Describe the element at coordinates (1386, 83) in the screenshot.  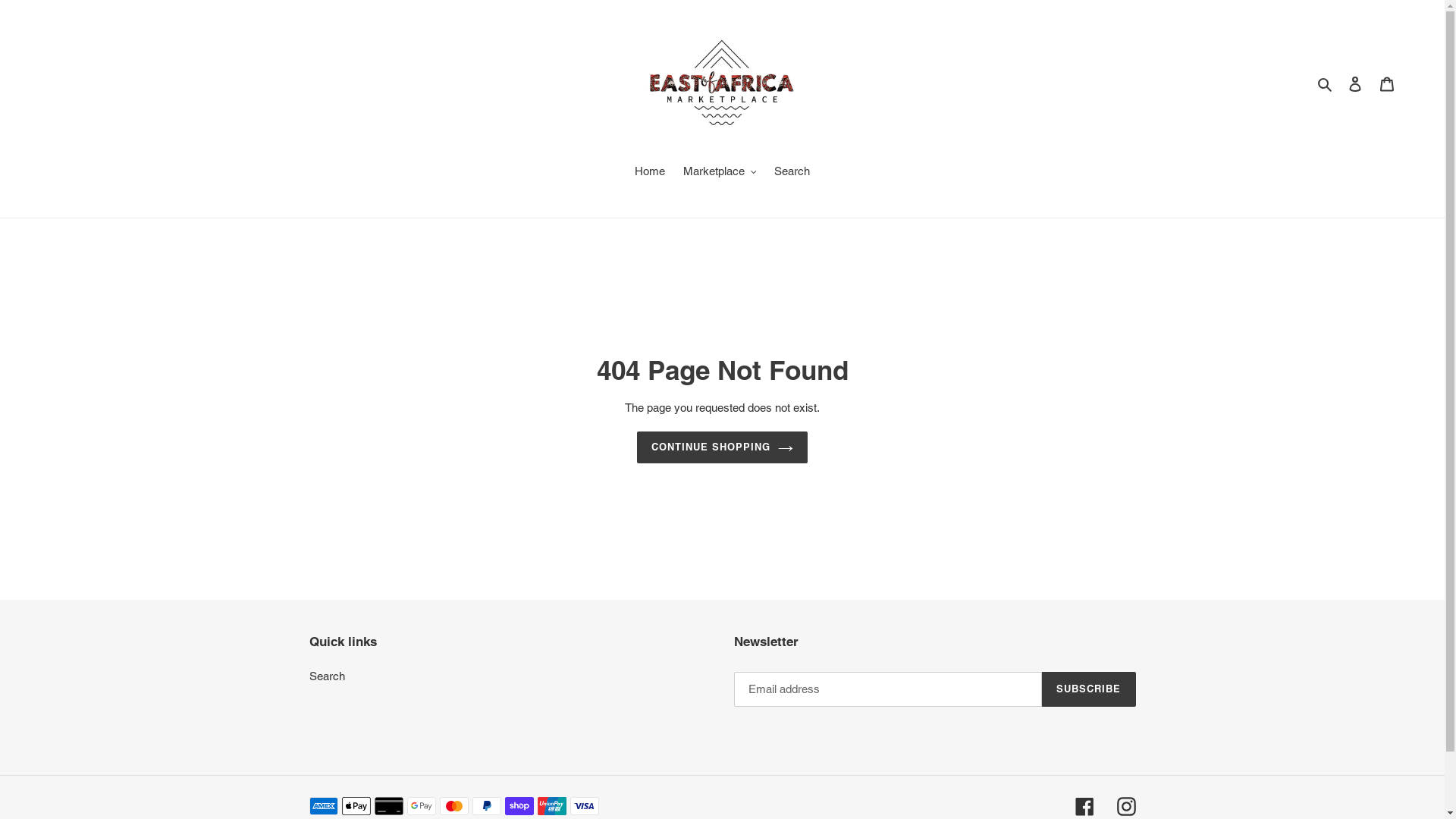
I see `'Cart'` at that location.